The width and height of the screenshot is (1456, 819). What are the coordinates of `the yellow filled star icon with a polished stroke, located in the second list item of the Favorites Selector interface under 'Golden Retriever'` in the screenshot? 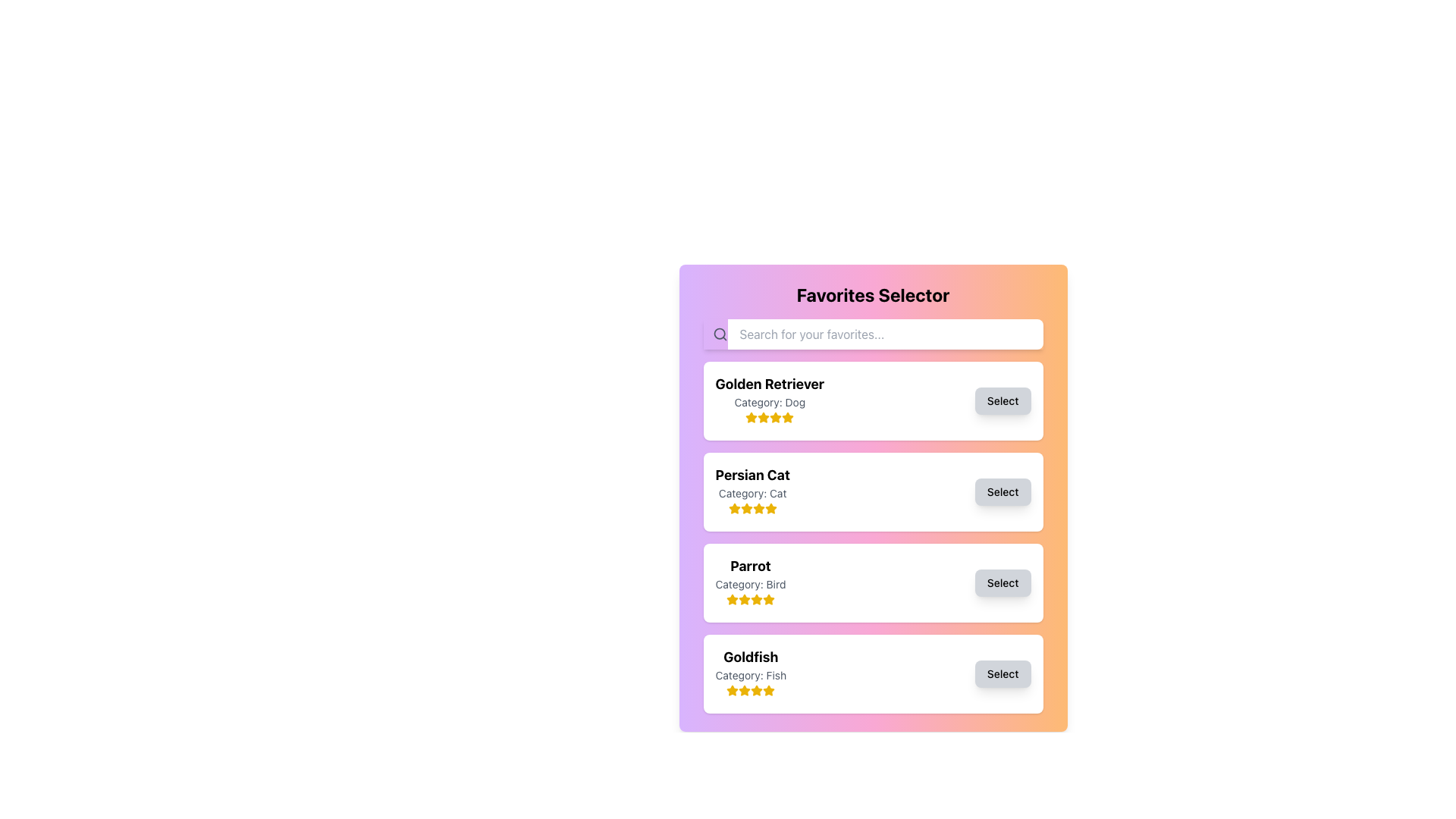 It's located at (752, 417).